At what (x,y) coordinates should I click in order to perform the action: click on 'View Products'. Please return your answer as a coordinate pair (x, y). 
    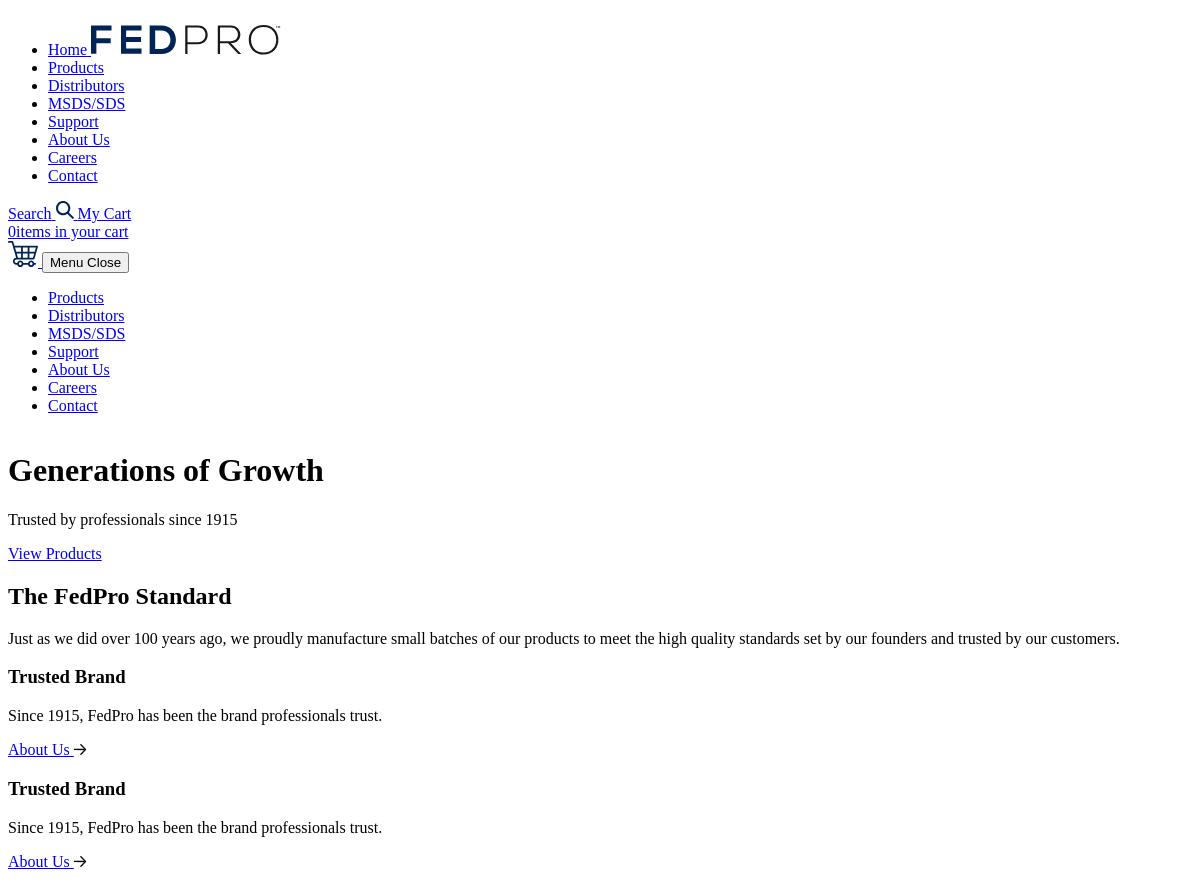
    Looking at the image, I should click on (54, 552).